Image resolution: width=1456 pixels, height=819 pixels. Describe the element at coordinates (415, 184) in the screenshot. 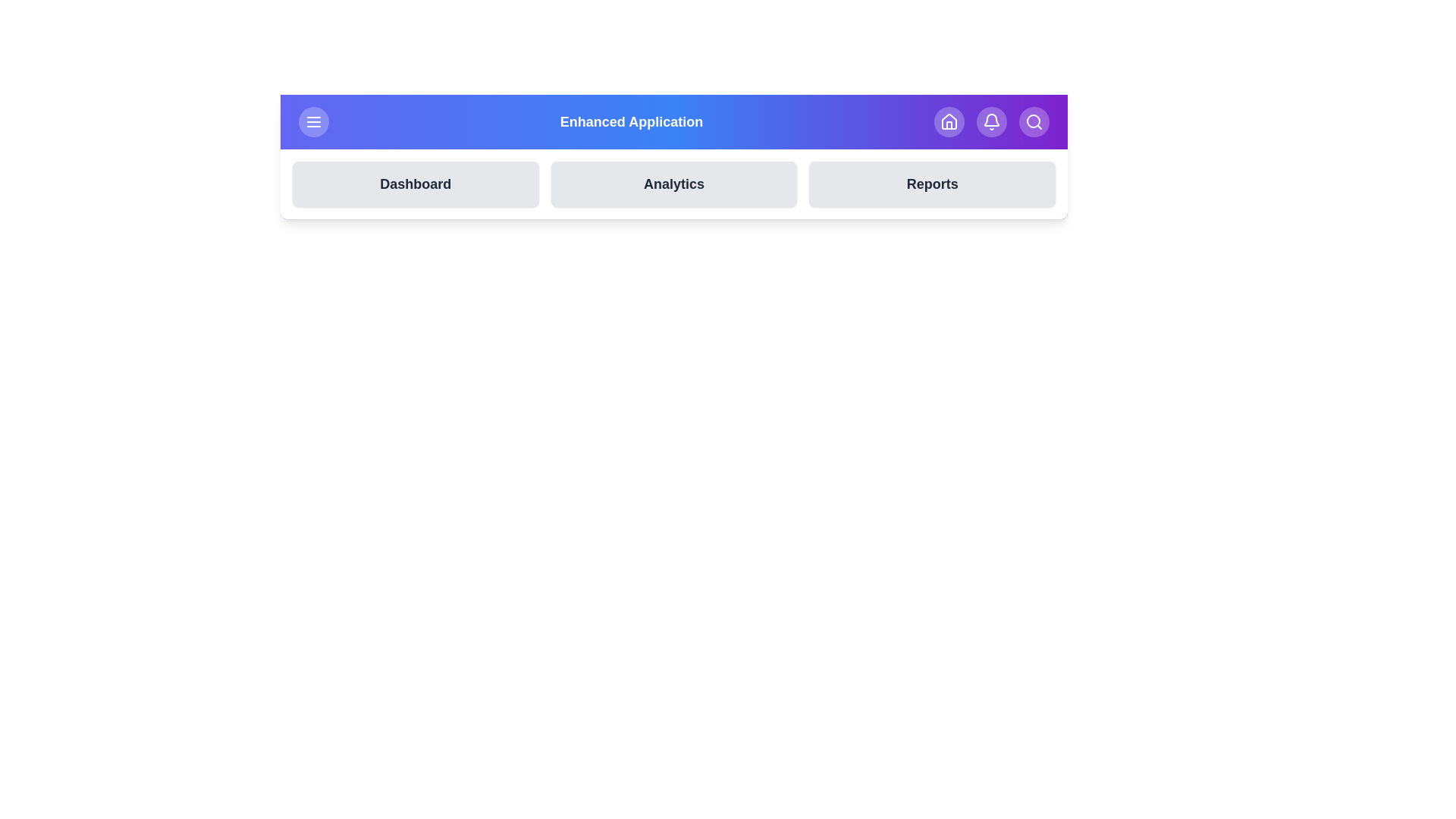

I see `the 'Dashboard' button` at that location.